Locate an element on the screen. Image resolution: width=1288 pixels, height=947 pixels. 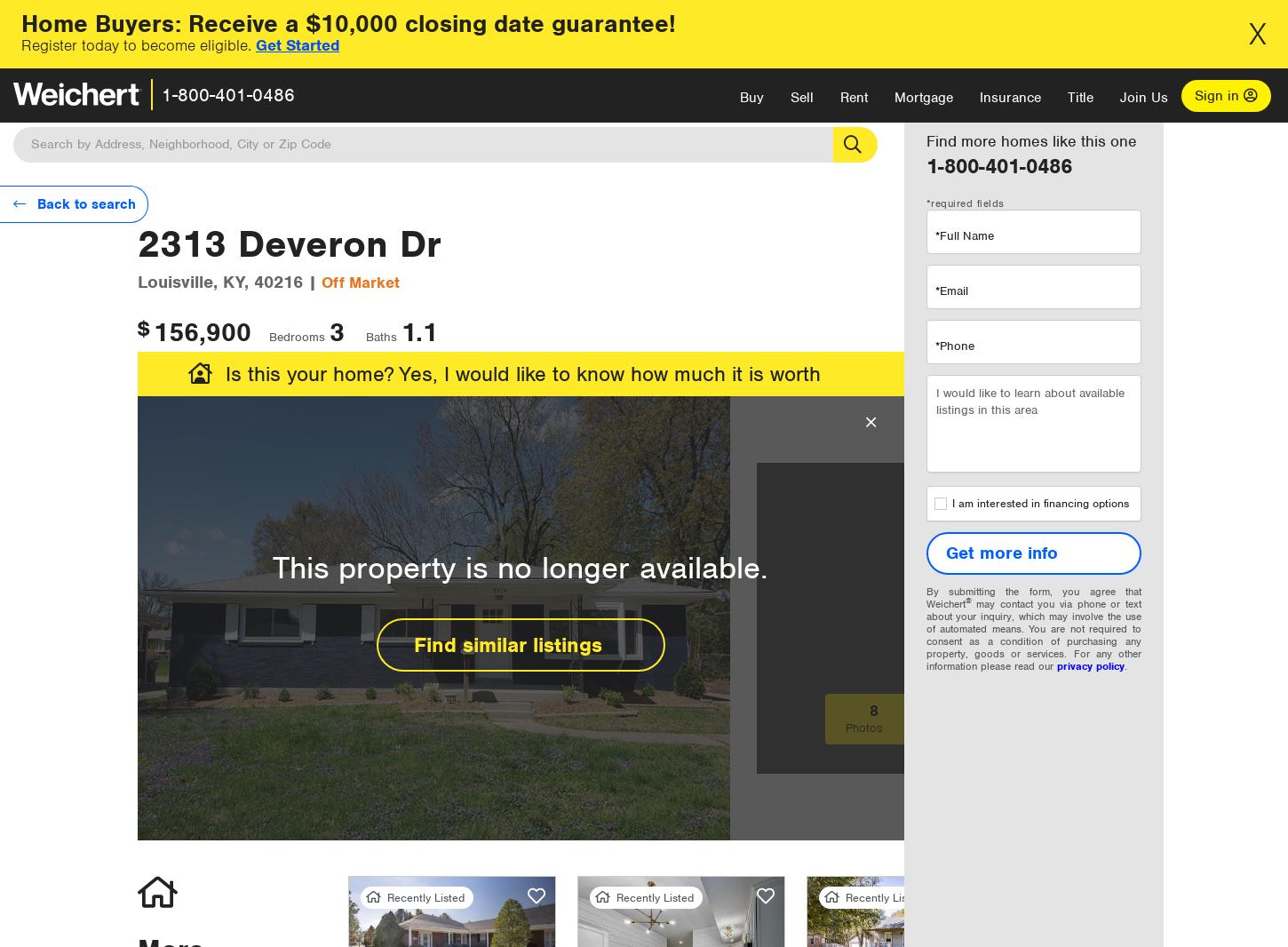
'$' is located at coordinates (142, 329).